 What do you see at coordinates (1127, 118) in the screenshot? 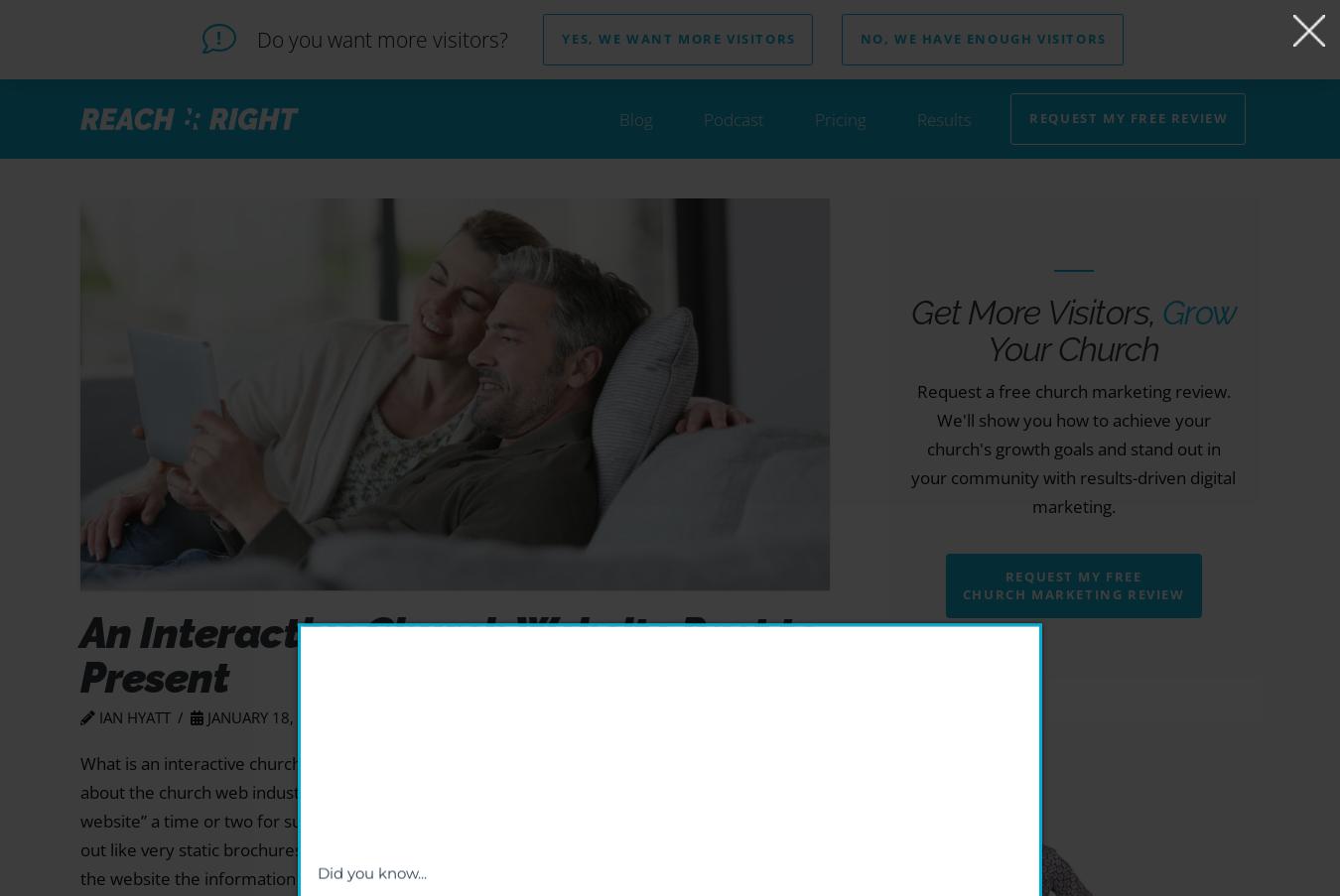
I see `'Request My Free Review'` at bounding box center [1127, 118].